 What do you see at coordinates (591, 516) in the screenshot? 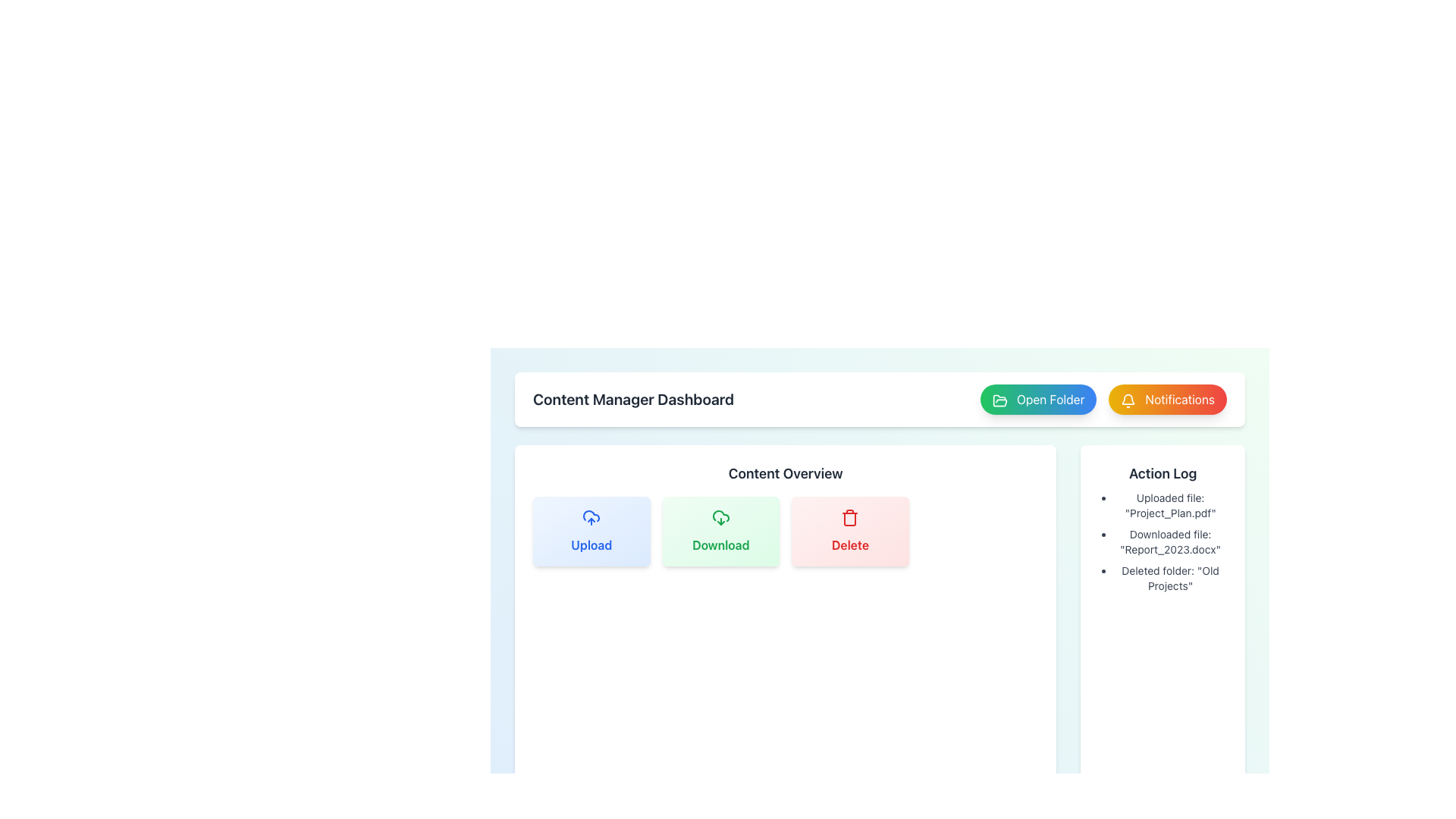
I see `the upload icon located within the blue 'Upload' button in the 'Content Overview' section, which is the first button among three central buttons` at bounding box center [591, 516].